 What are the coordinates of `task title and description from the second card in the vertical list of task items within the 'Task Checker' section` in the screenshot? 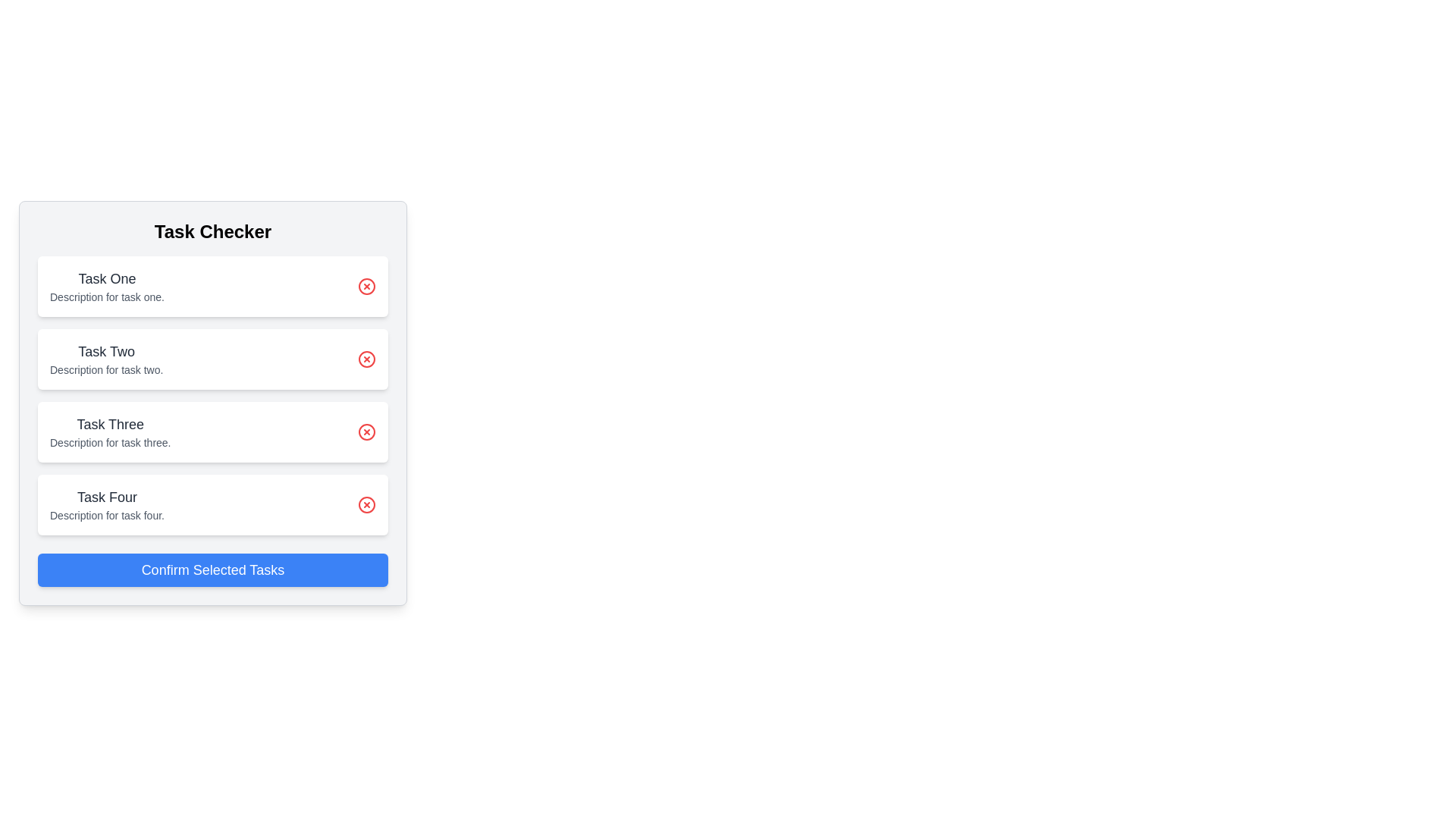 It's located at (212, 359).